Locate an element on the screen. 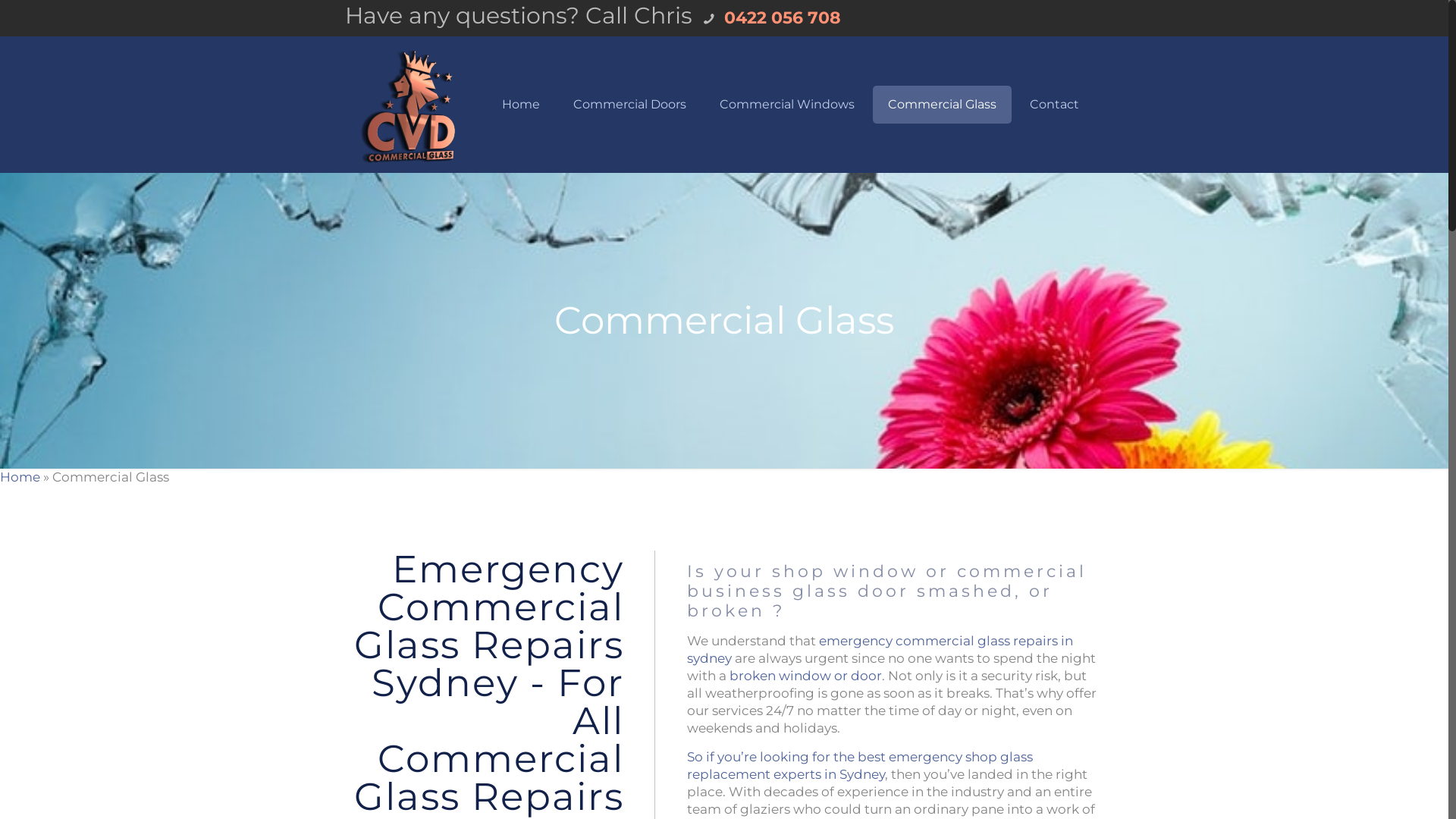 This screenshot has width=1456, height=819. 'Contact' is located at coordinates (1053, 104).